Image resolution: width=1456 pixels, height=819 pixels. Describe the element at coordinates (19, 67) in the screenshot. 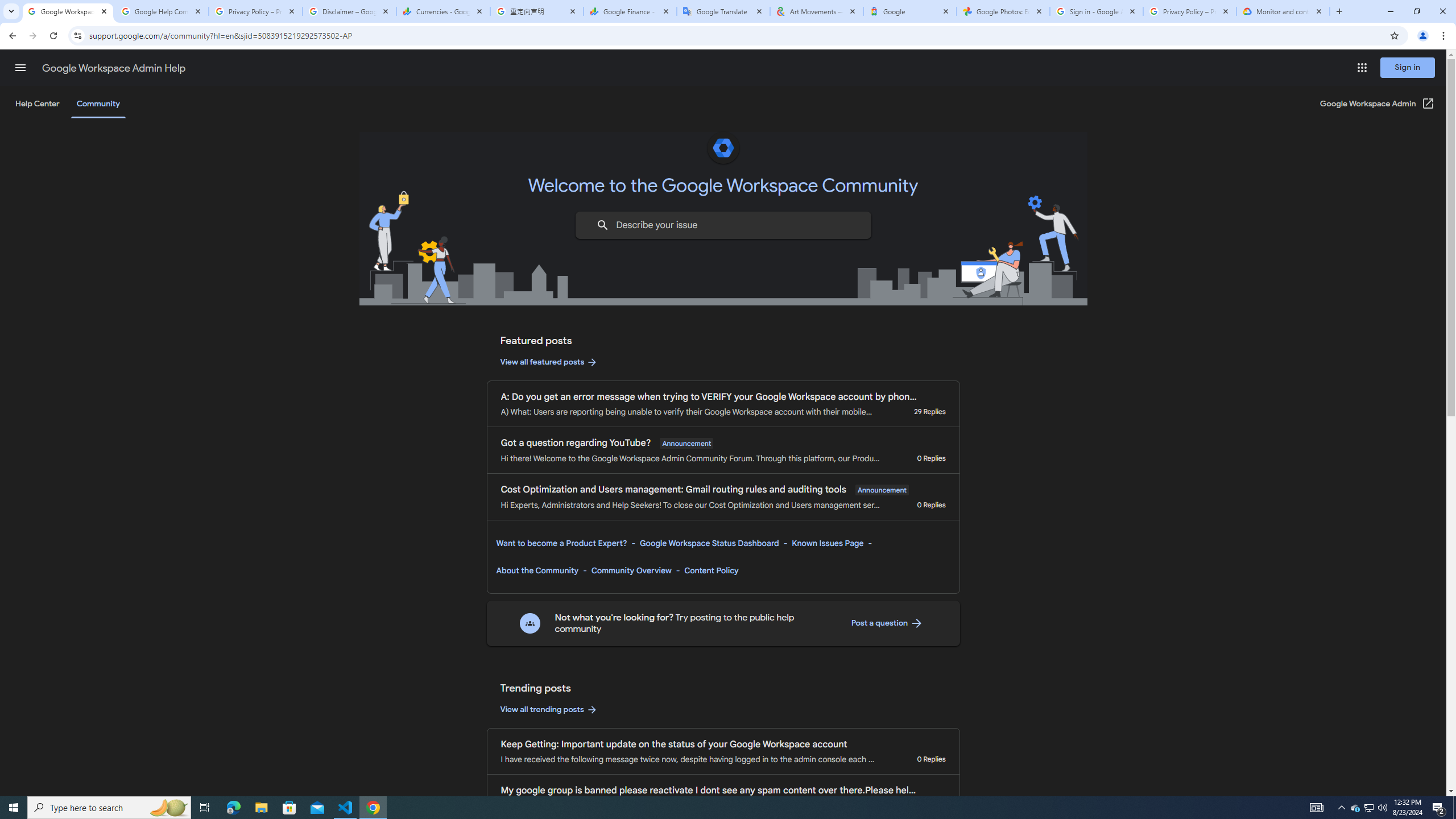

I see `'Main menu'` at that location.